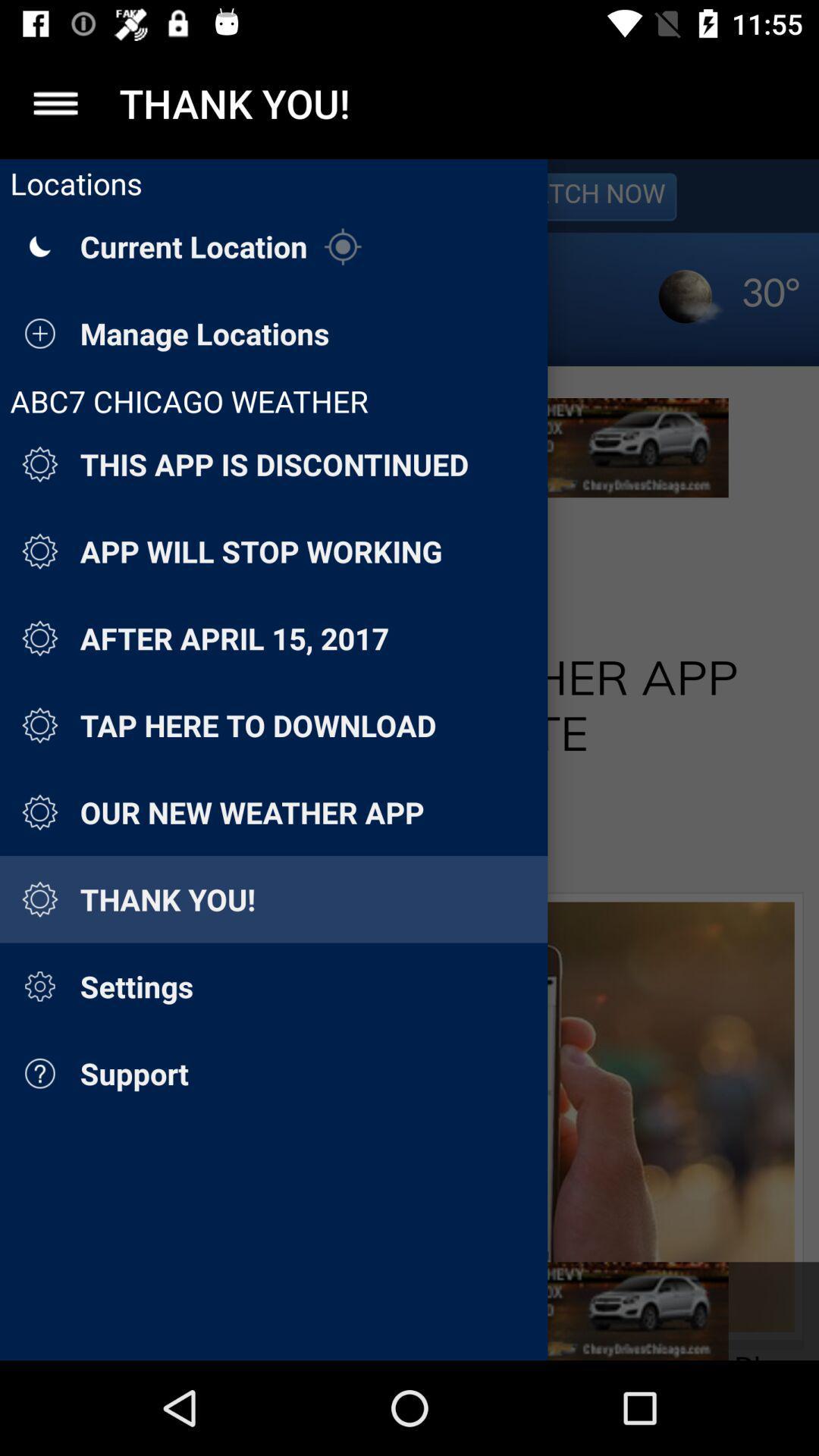  Describe the element at coordinates (55, 102) in the screenshot. I see `the app to the left of thank you! item` at that location.